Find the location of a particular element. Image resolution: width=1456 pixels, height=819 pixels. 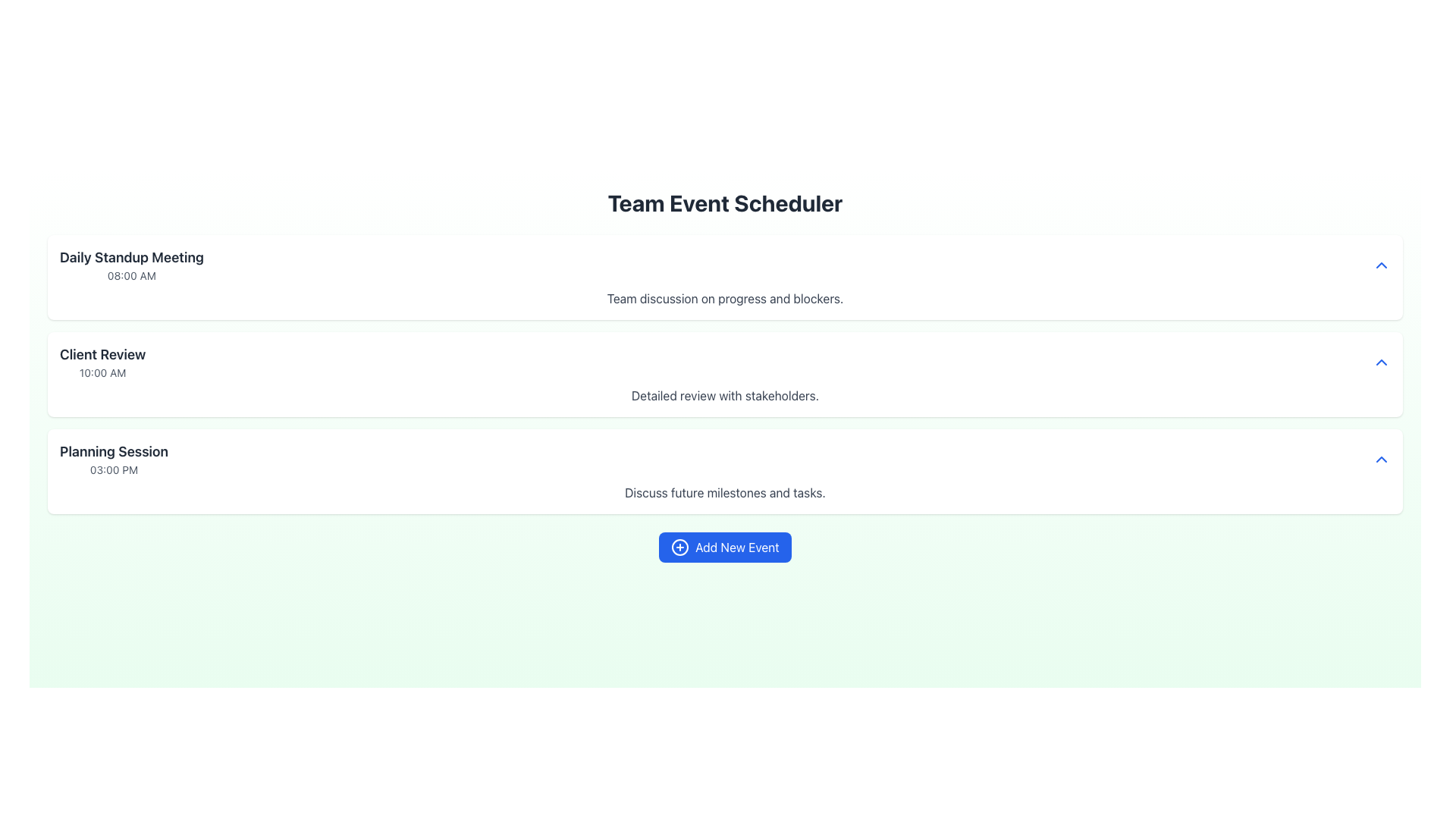

the static plain text label that provides additional detail for the 'Client Review' event at '10:00 AM', located within a white box at the bottom of the entry is located at coordinates (724, 394).